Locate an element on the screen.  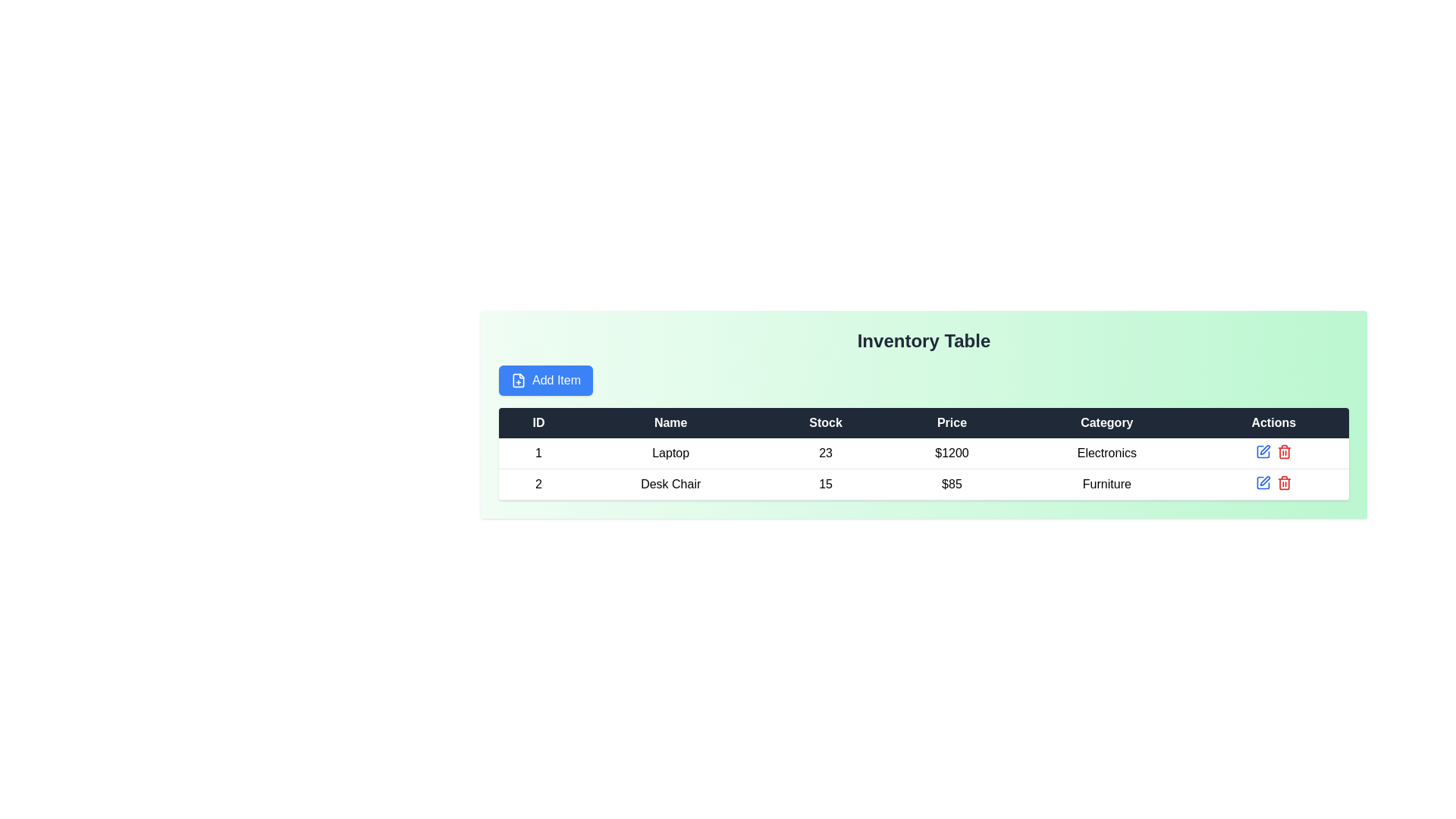
unique identifier text for the item 'Desk Chair' located in the first cell of the second row of the inventory table beneath the ID '1' is located at coordinates (538, 485).